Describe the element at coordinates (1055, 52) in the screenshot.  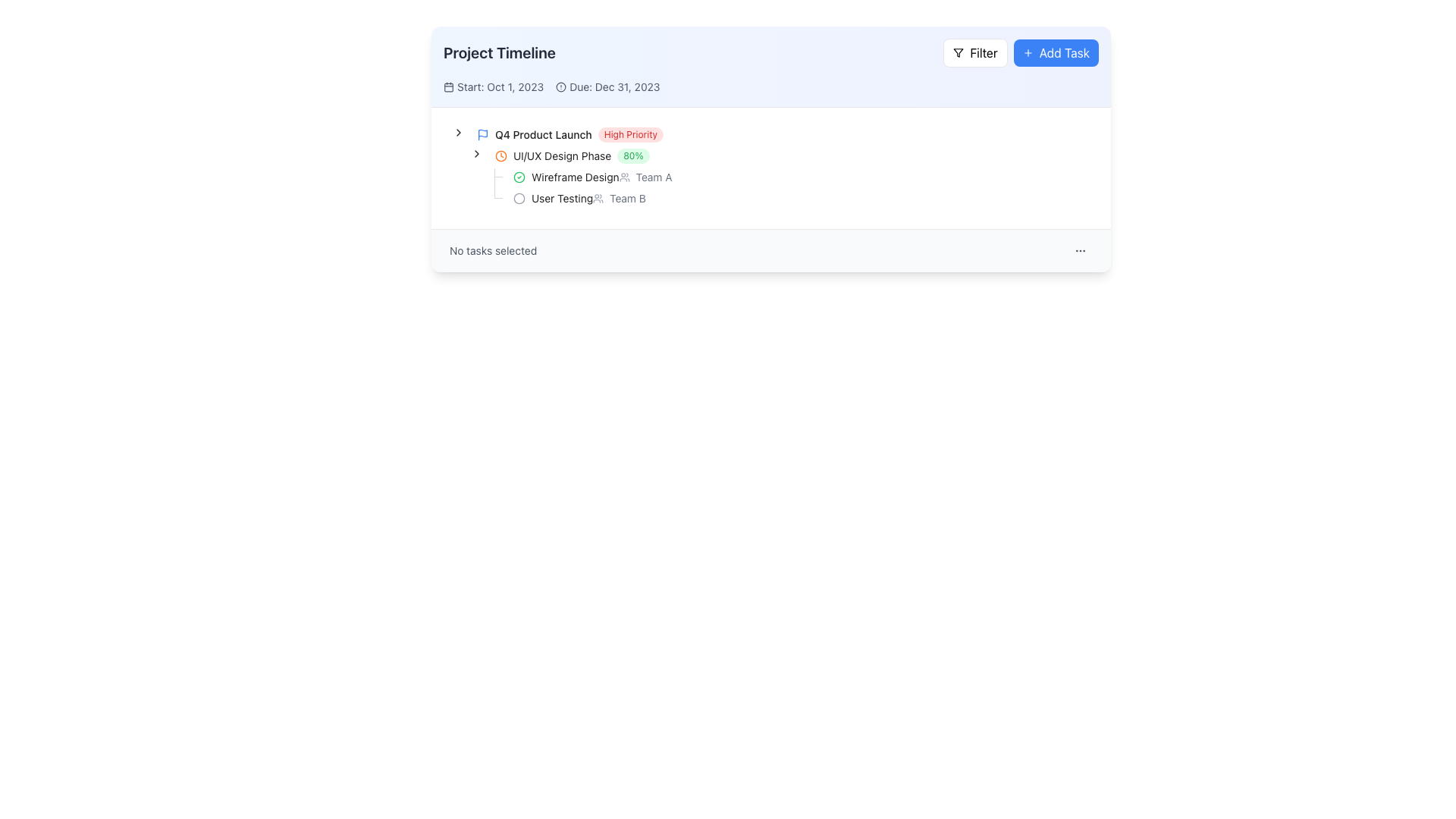
I see `the blue rectangular button with rounded corners labeled 'Add Task'` at that location.